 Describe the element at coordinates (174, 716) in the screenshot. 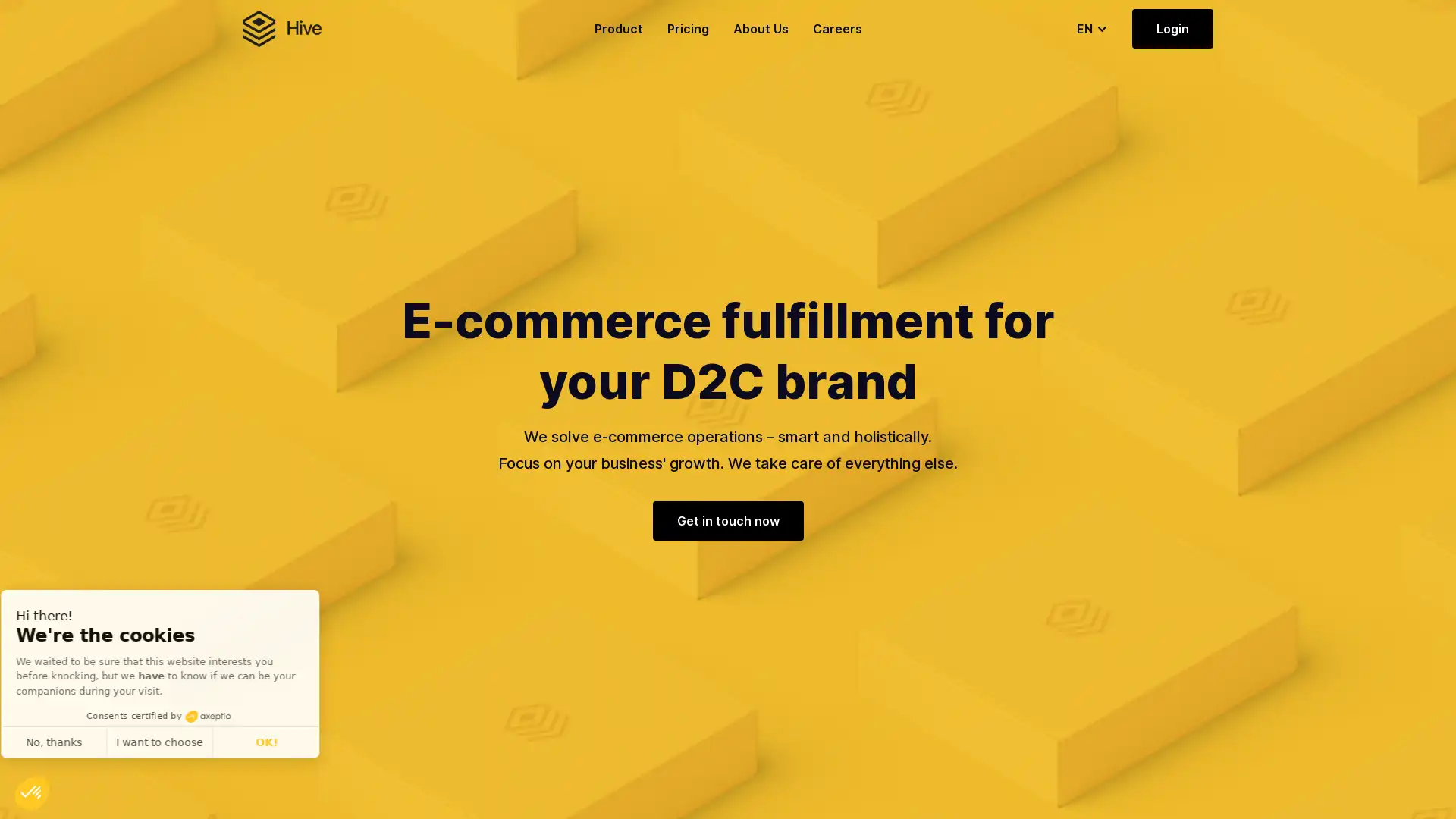

I see `Consents certified by` at that location.